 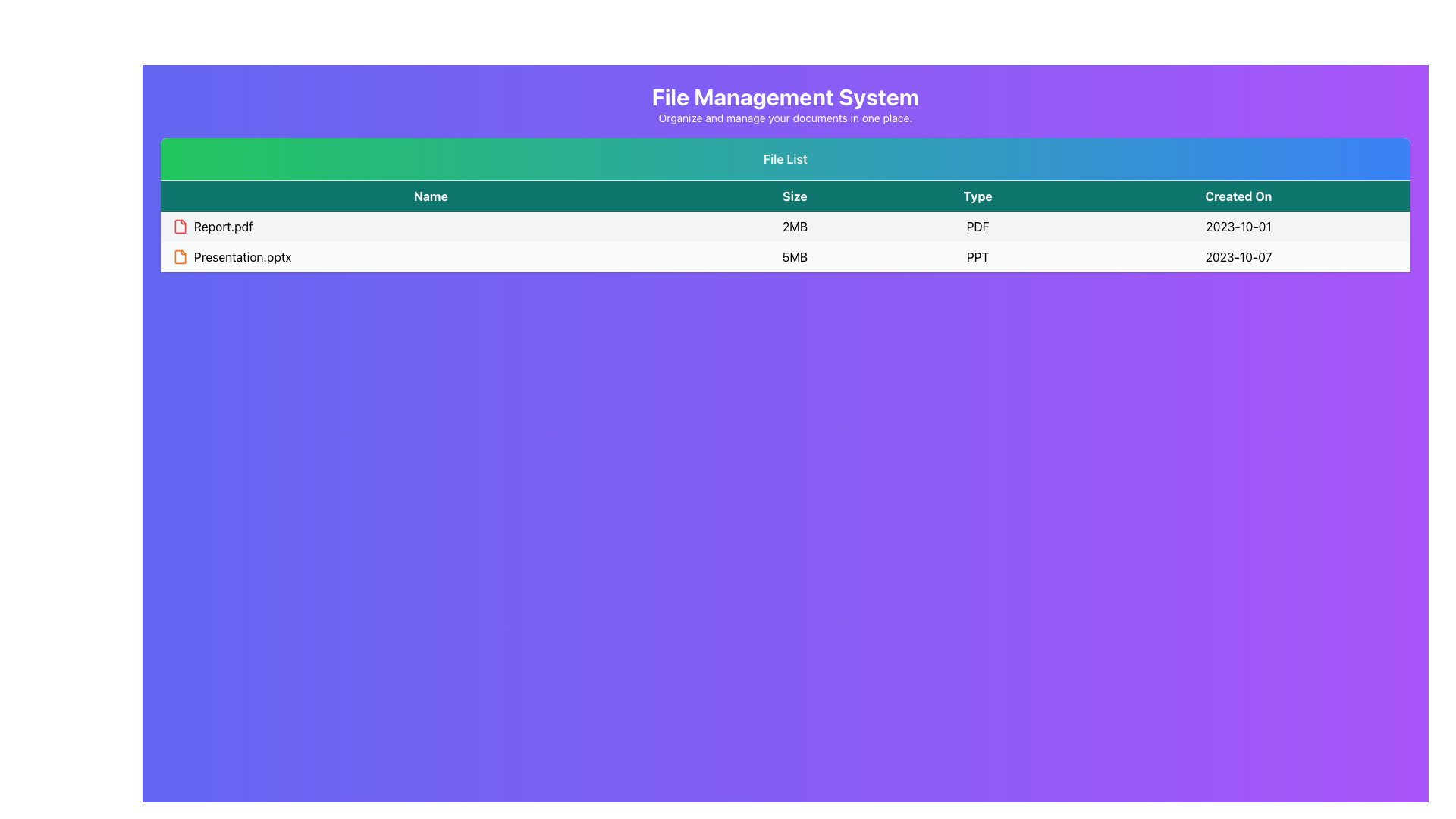 What do you see at coordinates (786, 117) in the screenshot?
I see `text element stating 'Organize and manage your documents in one place.' located below the header 'File Management System.'` at bounding box center [786, 117].